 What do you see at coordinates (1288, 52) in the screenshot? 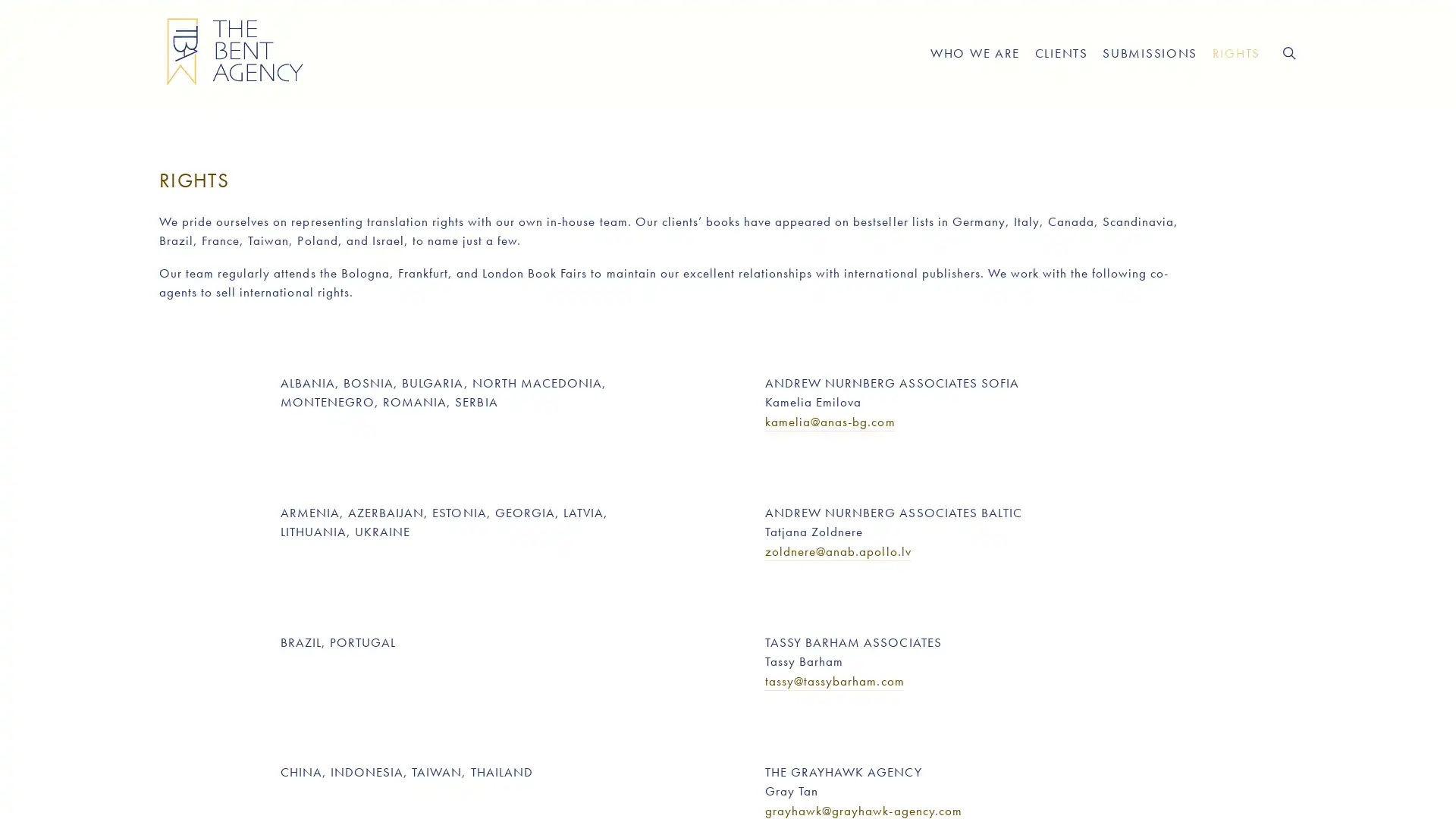
I see `Search` at bounding box center [1288, 52].